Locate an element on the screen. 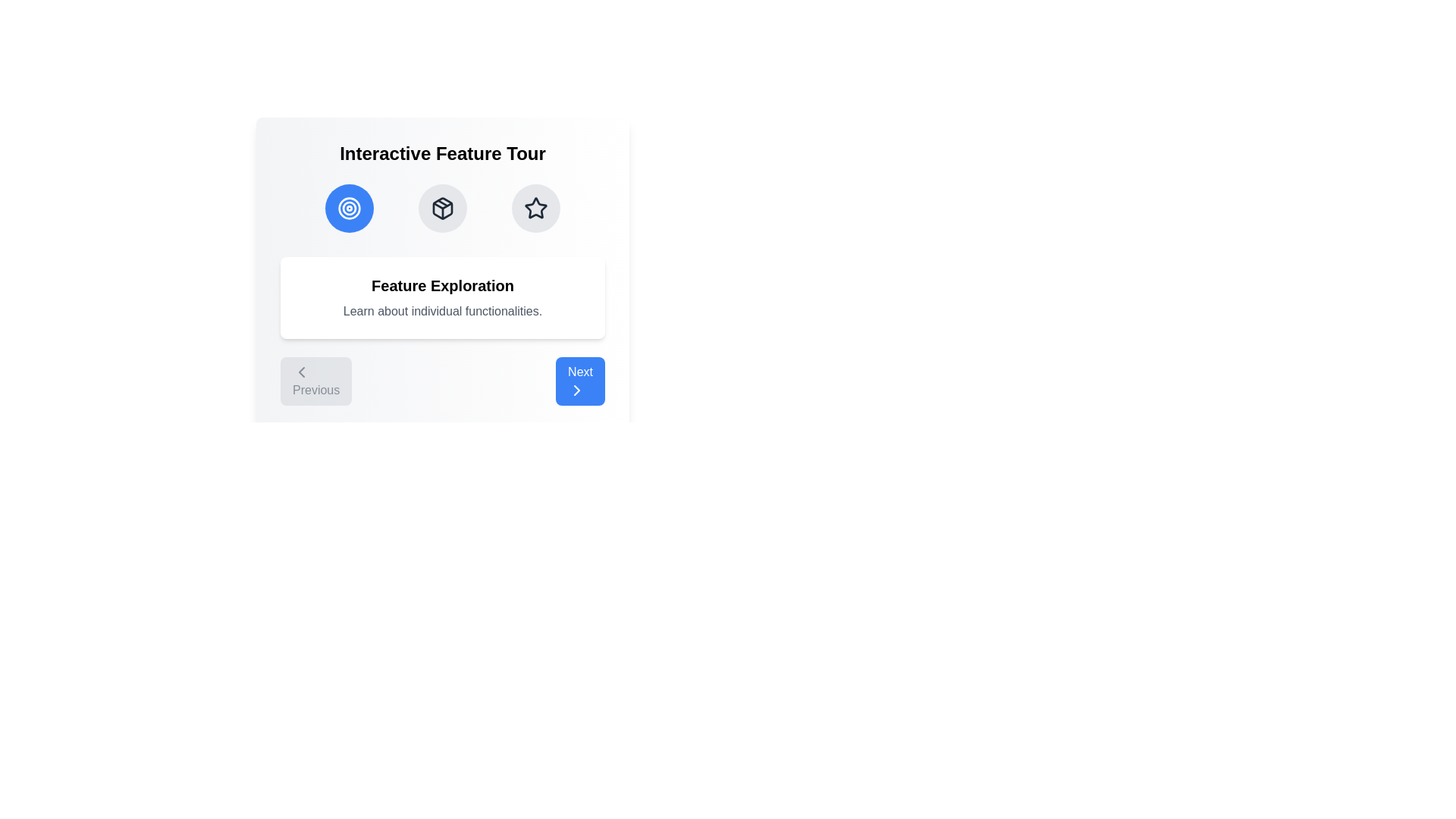 The width and height of the screenshot is (1456, 819). the circular target icon with concentric circles styled in blue and white is located at coordinates (348, 208).